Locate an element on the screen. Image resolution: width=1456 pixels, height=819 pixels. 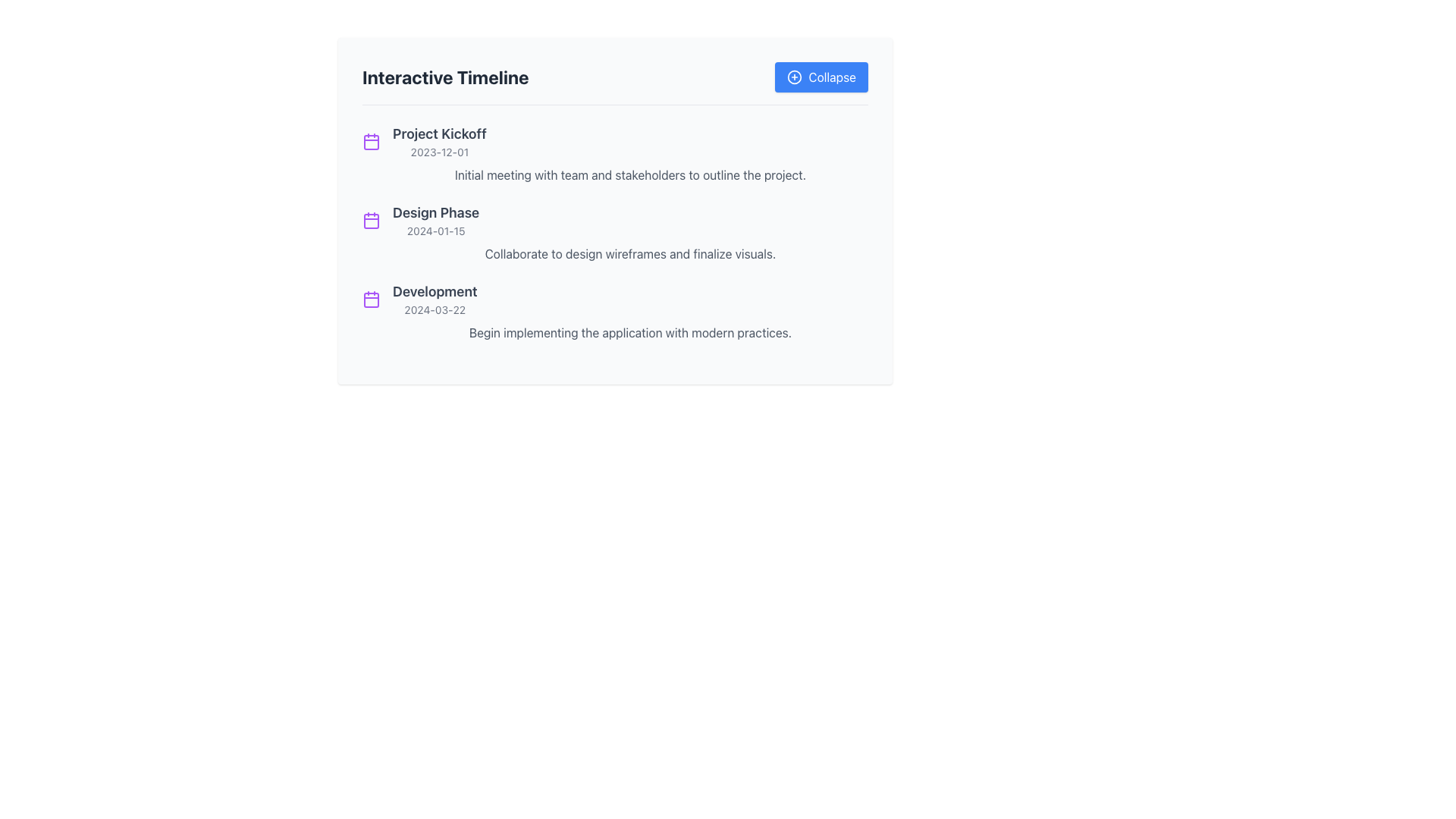
the Text Label marking the phase in the interactive timeline, positioned above '2024-03-22' is located at coordinates (434, 292).